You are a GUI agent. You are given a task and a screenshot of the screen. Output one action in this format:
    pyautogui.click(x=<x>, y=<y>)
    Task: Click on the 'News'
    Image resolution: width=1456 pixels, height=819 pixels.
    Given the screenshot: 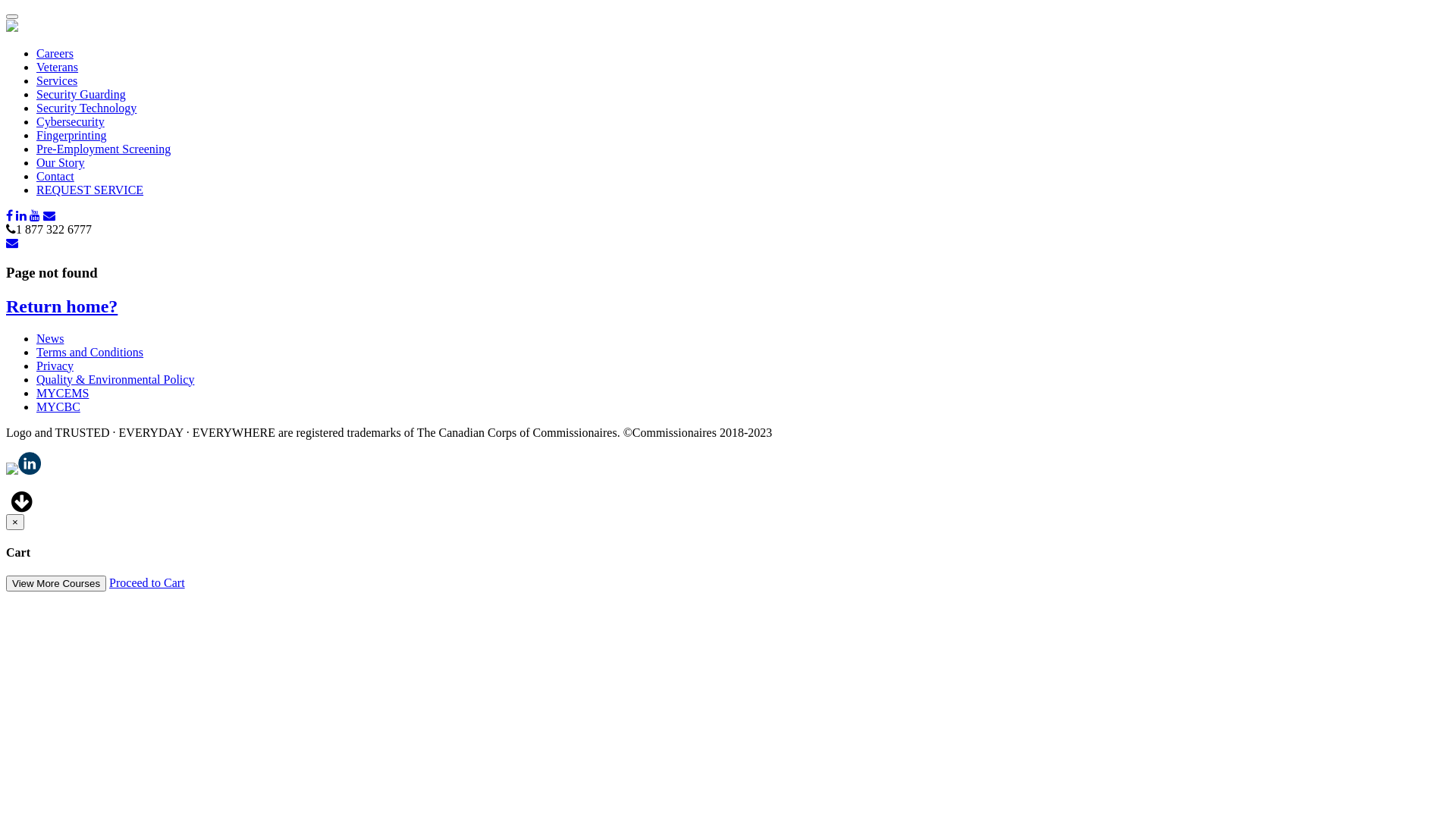 What is the action you would take?
    pyautogui.click(x=50, y=337)
    